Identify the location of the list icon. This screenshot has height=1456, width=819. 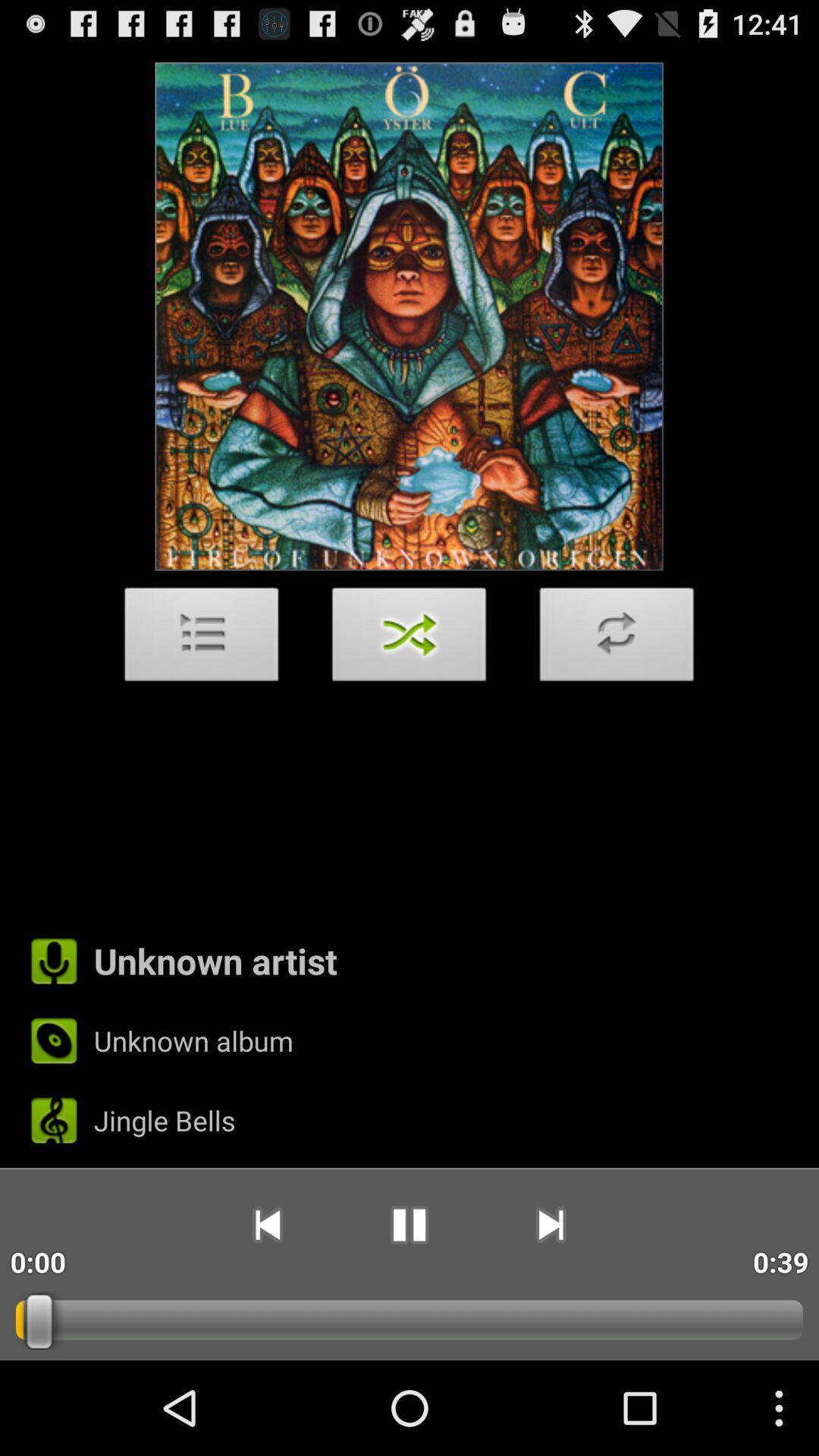
(201, 682).